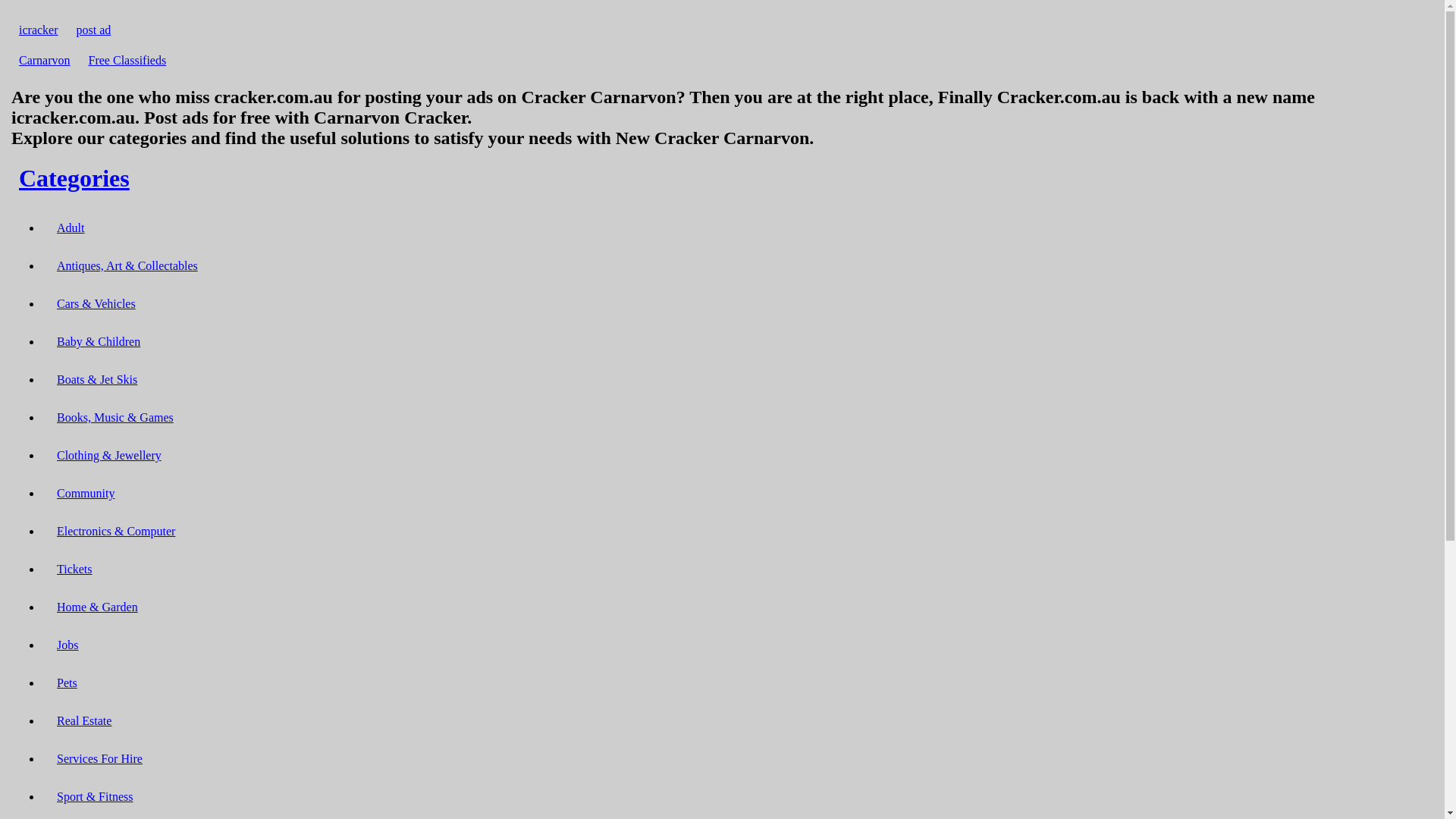  Describe the element at coordinates (80, 59) in the screenshot. I see `'Free Classifieds'` at that location.